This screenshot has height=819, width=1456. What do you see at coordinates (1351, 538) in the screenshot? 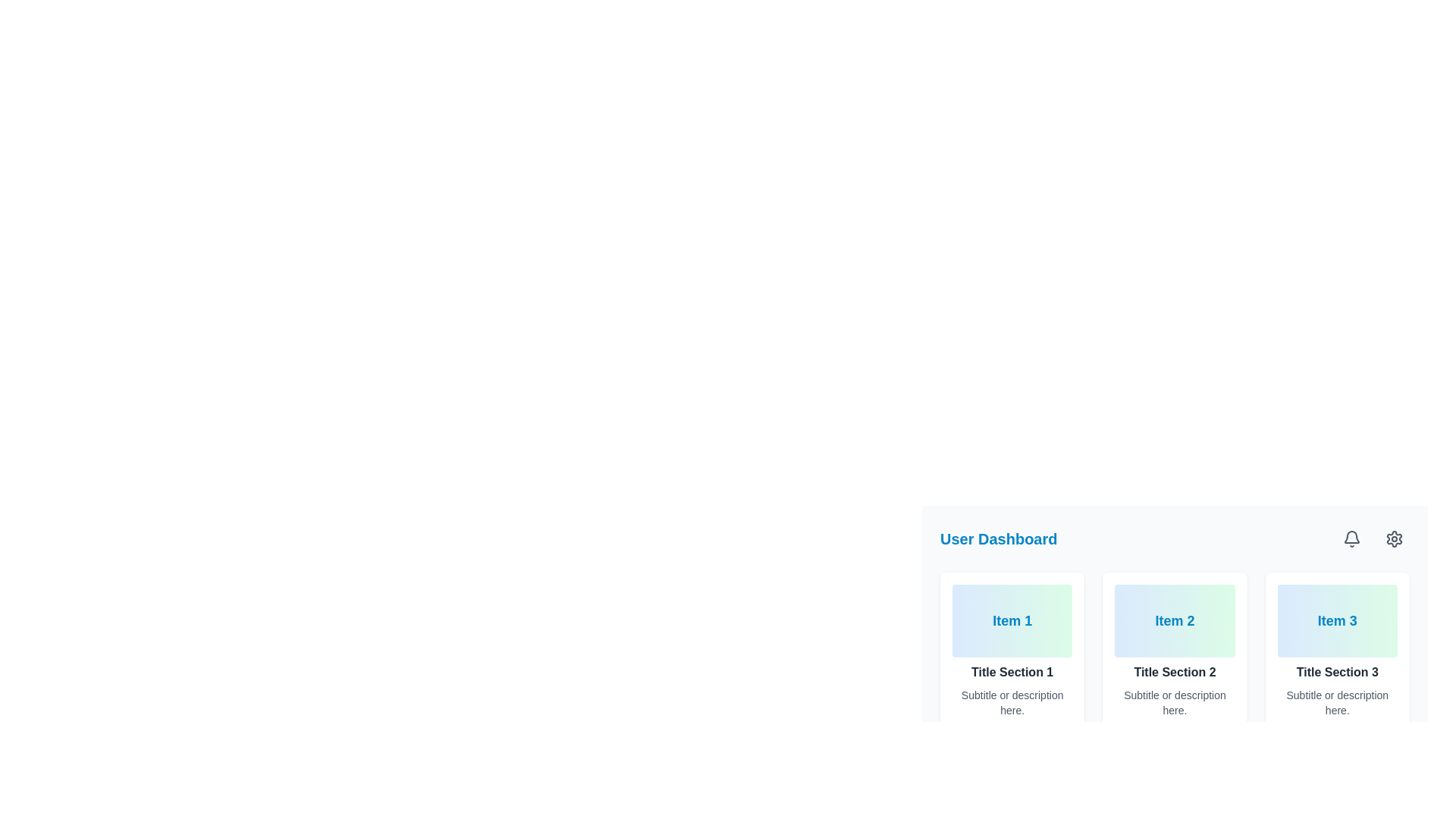
I see `the bell icon button, which is styled as a minimalist outlined SVG in gray and located at the top-right corner of the dashboard interface` at bounding box center [1351, 538].